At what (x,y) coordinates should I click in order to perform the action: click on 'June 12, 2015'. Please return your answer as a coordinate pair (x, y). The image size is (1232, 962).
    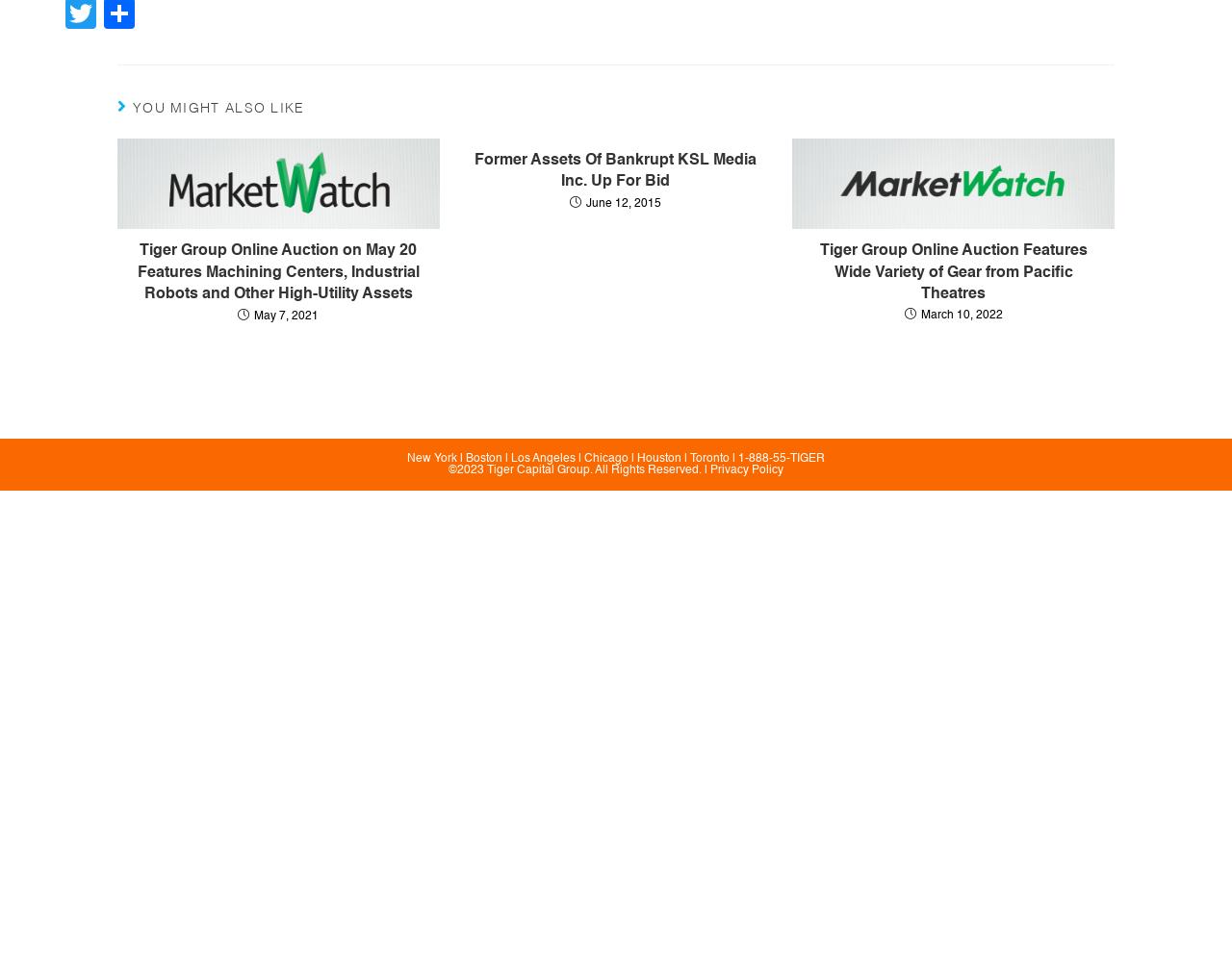
    Looking at the image, I should click on (623, 202).